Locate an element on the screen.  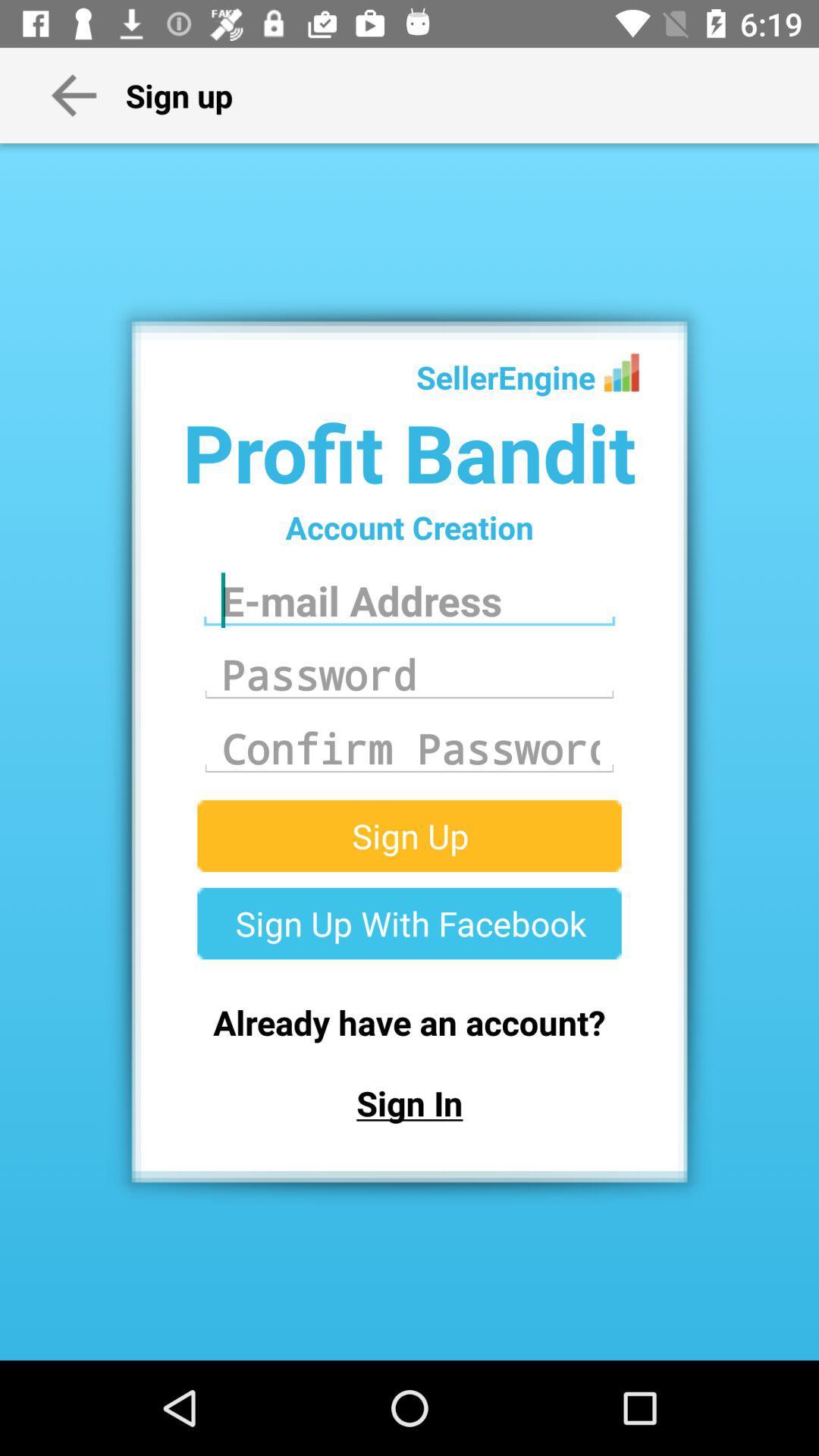
the sign in icon is located at coordinates (409, 1103).